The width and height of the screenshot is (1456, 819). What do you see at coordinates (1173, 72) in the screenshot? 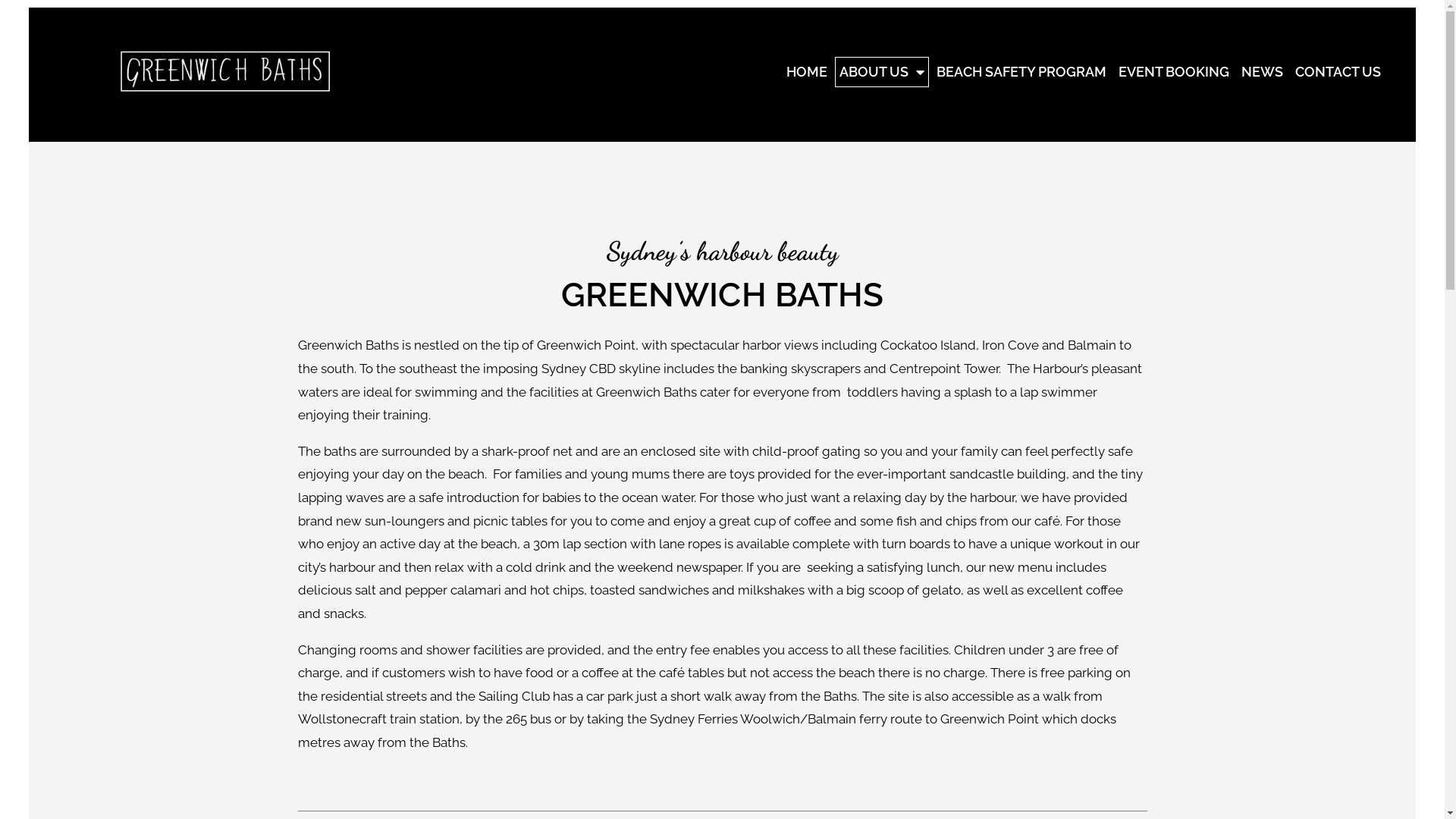
I see `'EVENT BOOKING'` at bounding box center [1173, 72].